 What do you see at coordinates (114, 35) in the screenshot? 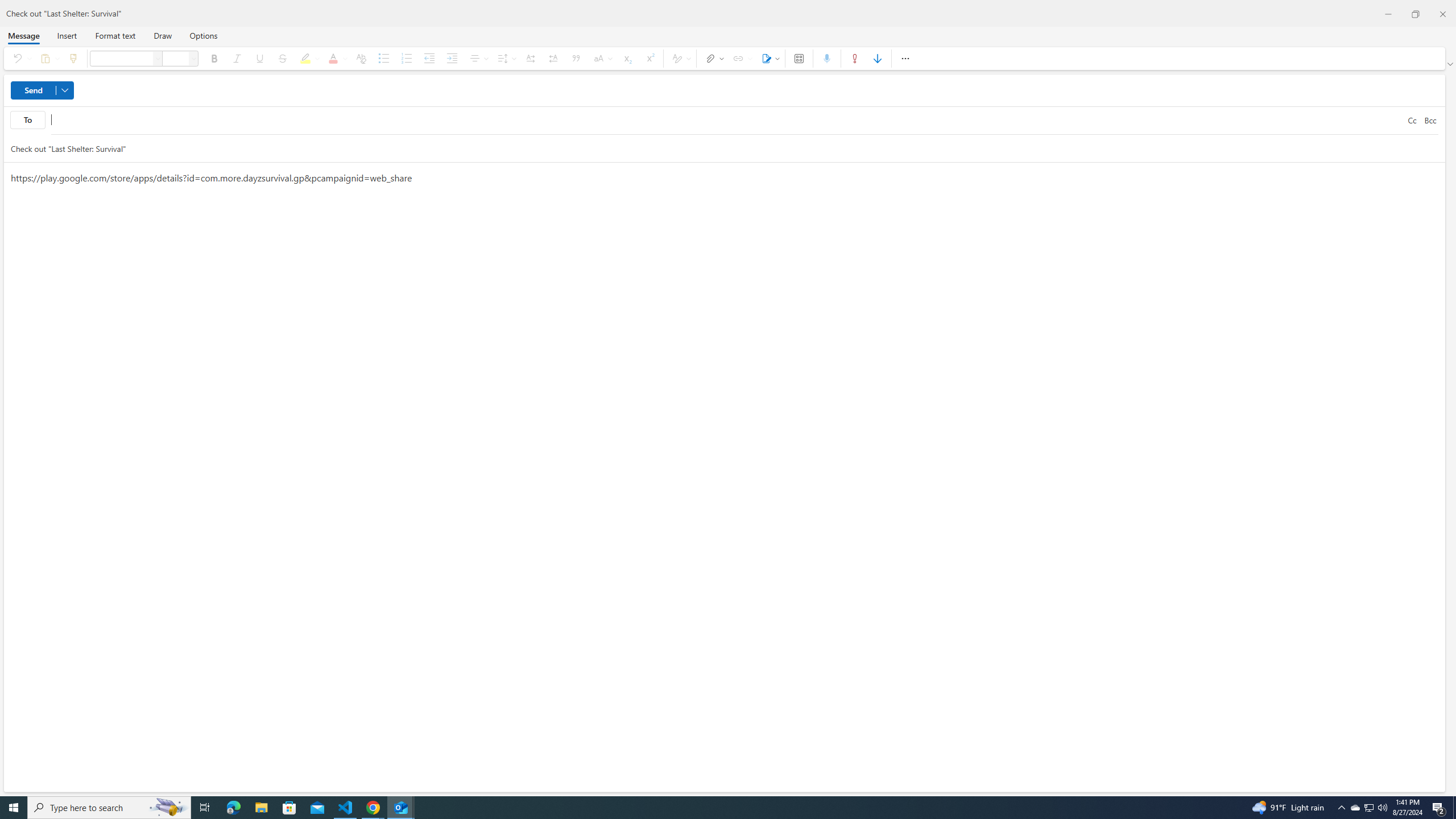
I see `'Format text'` at bounding box center [114, 35].